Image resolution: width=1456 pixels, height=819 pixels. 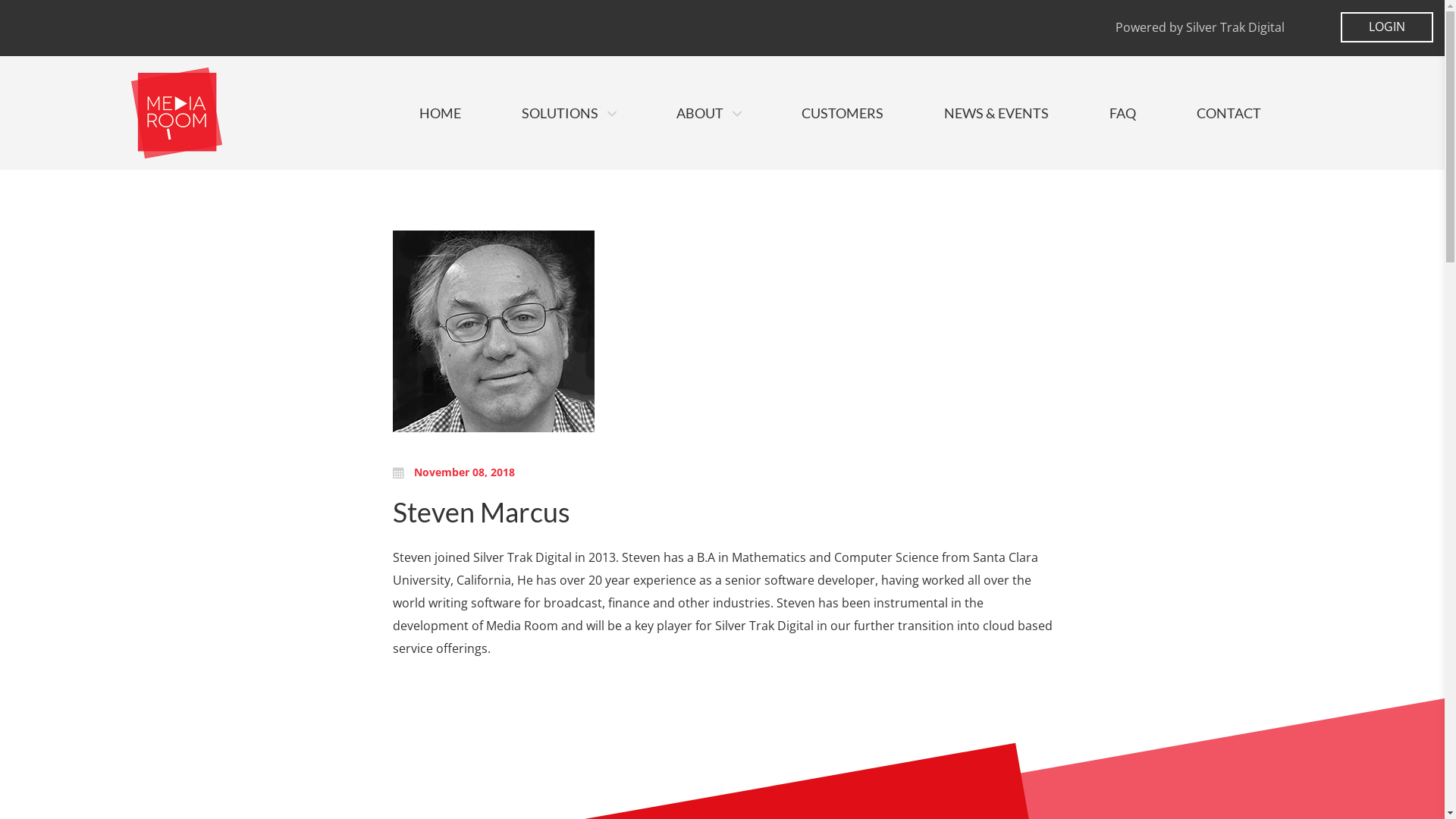 What do you see at coordinates (708, 112) in the screenshot?
I see `'ABOUT'` at bounding box center [708, 112].